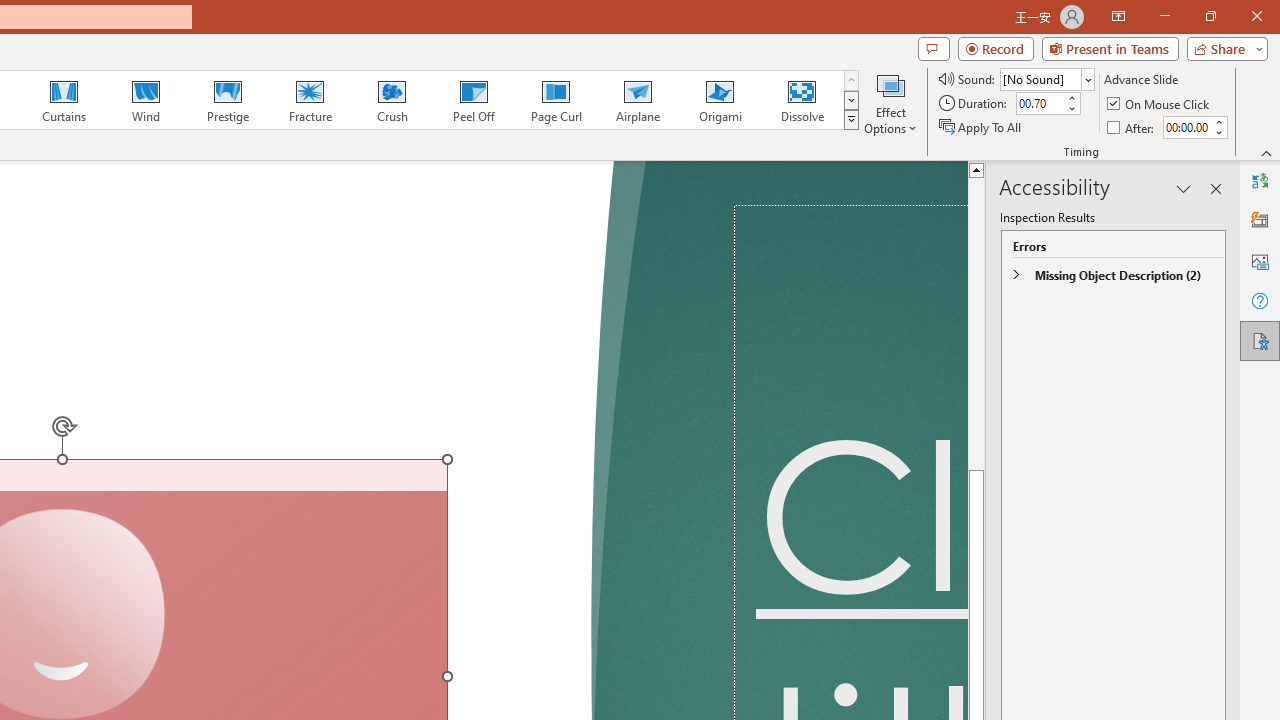  What do you see at coordinates (1159, 103) in the screenshot?
I see `'On Mouse Click'` at bounding box center [1159, 103].